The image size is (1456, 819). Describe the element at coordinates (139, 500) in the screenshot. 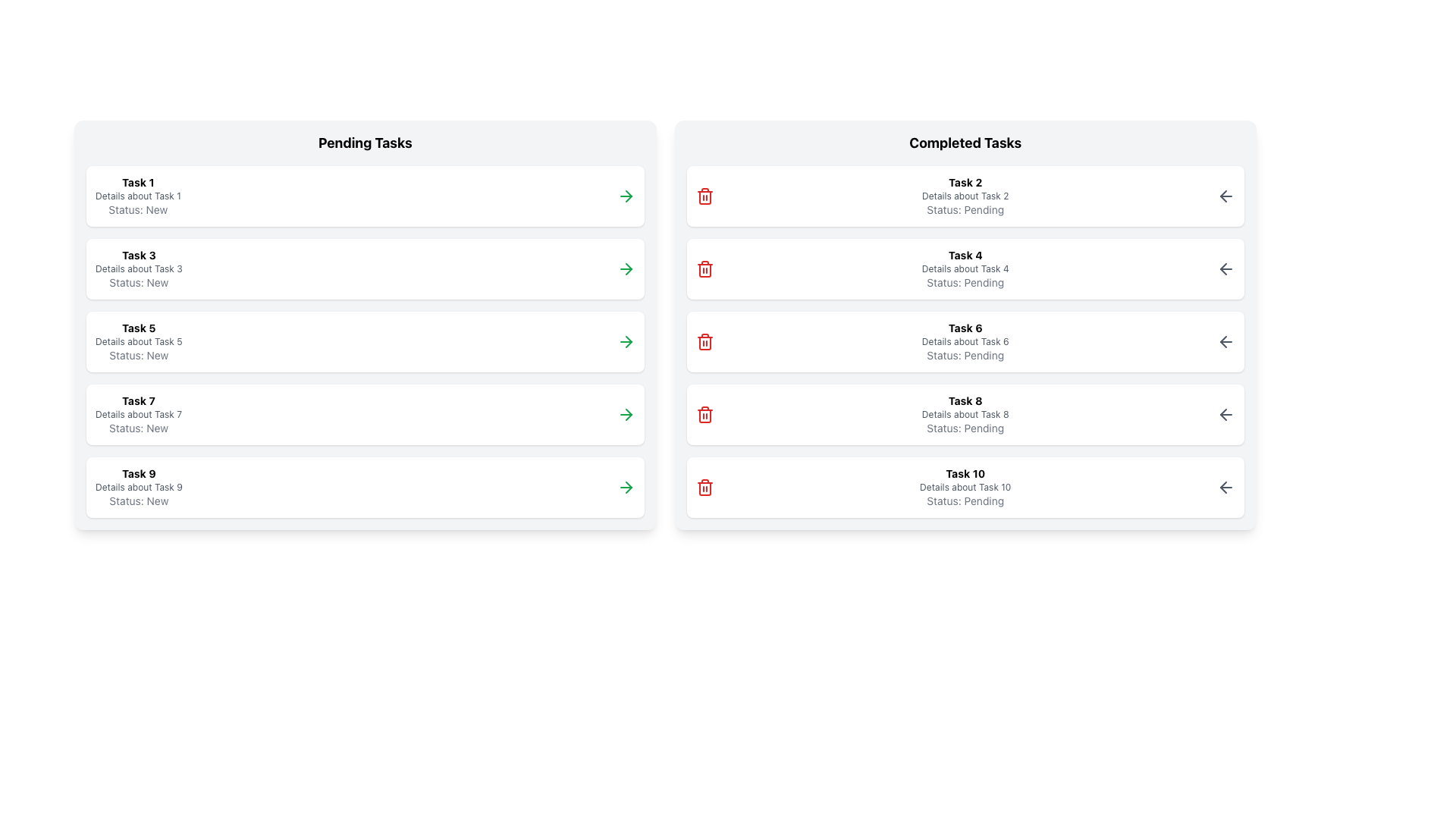

I see `the text label indicating the current status of the task labeled 'New' located in the 'Task 9' panel under 'Pending Tasks'` at that location.